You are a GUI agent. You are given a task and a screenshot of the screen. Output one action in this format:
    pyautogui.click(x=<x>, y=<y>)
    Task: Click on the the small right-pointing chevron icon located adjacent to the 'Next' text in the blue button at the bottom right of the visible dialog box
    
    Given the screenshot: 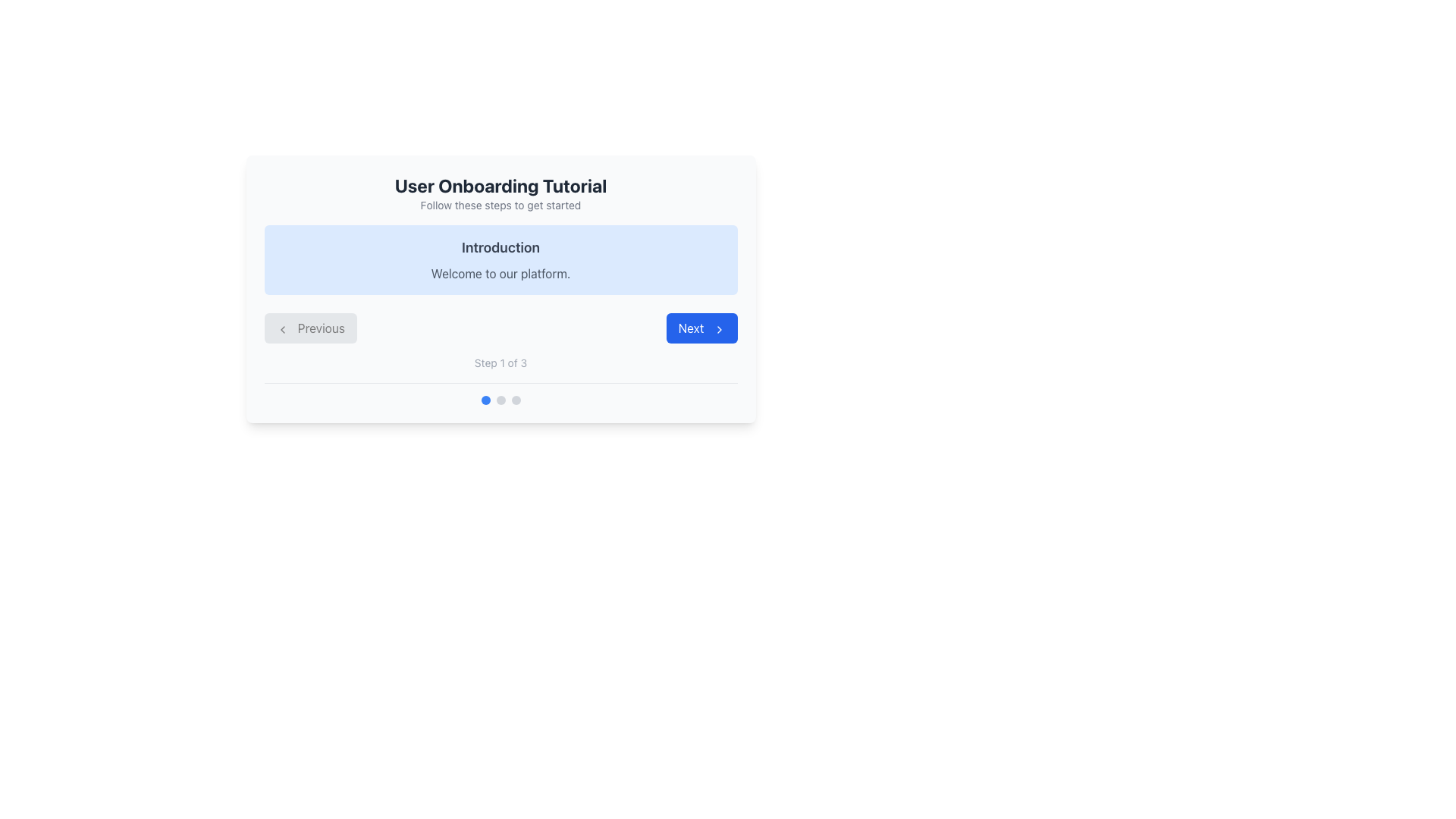 What is the action you would take?
    pyautogui.click(x=718, y=328)
    